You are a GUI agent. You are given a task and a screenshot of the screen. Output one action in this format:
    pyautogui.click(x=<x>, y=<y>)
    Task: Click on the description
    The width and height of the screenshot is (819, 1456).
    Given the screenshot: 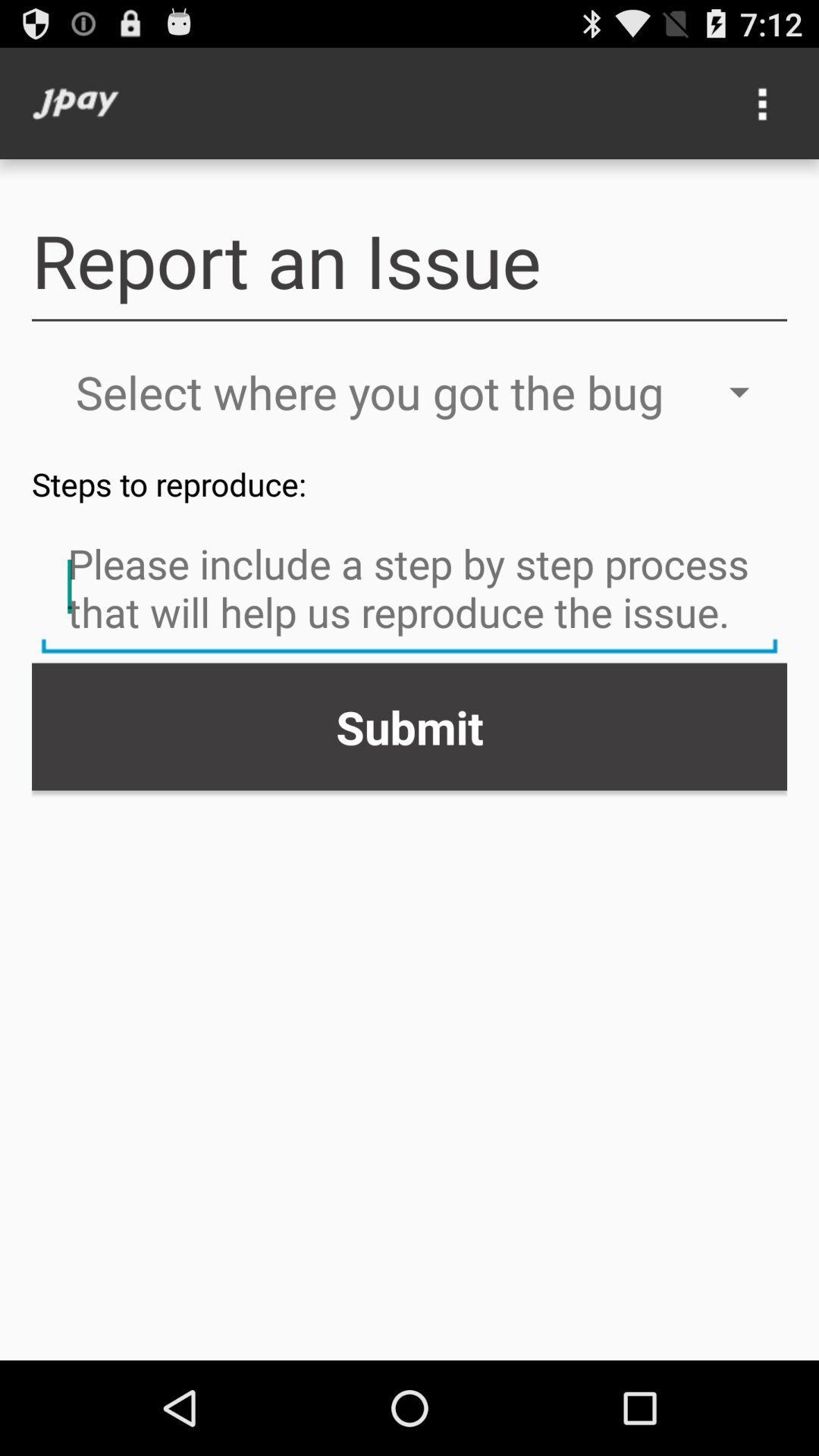 What is the action you would take?
    pyautogui.click(x=409, y=588)
    